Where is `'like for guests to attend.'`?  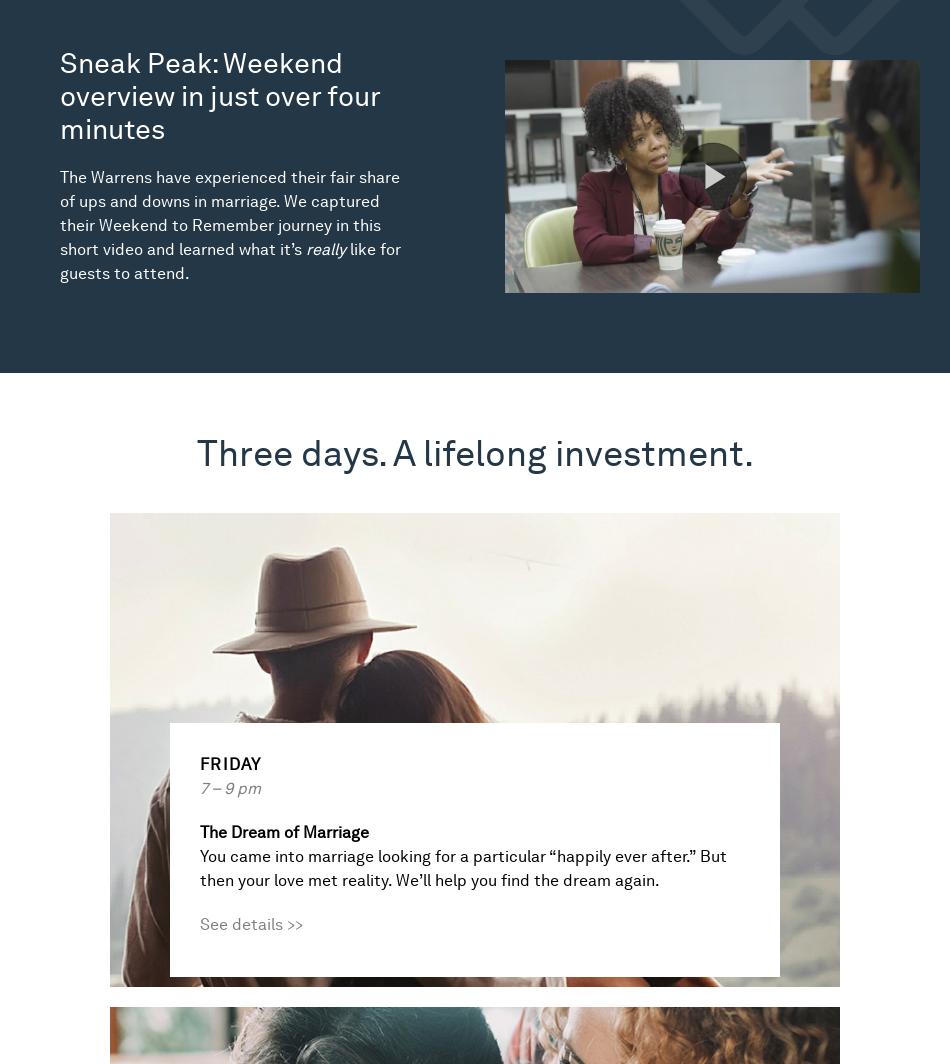 'like for guests to attend.' is located at coordinates (230, 261).